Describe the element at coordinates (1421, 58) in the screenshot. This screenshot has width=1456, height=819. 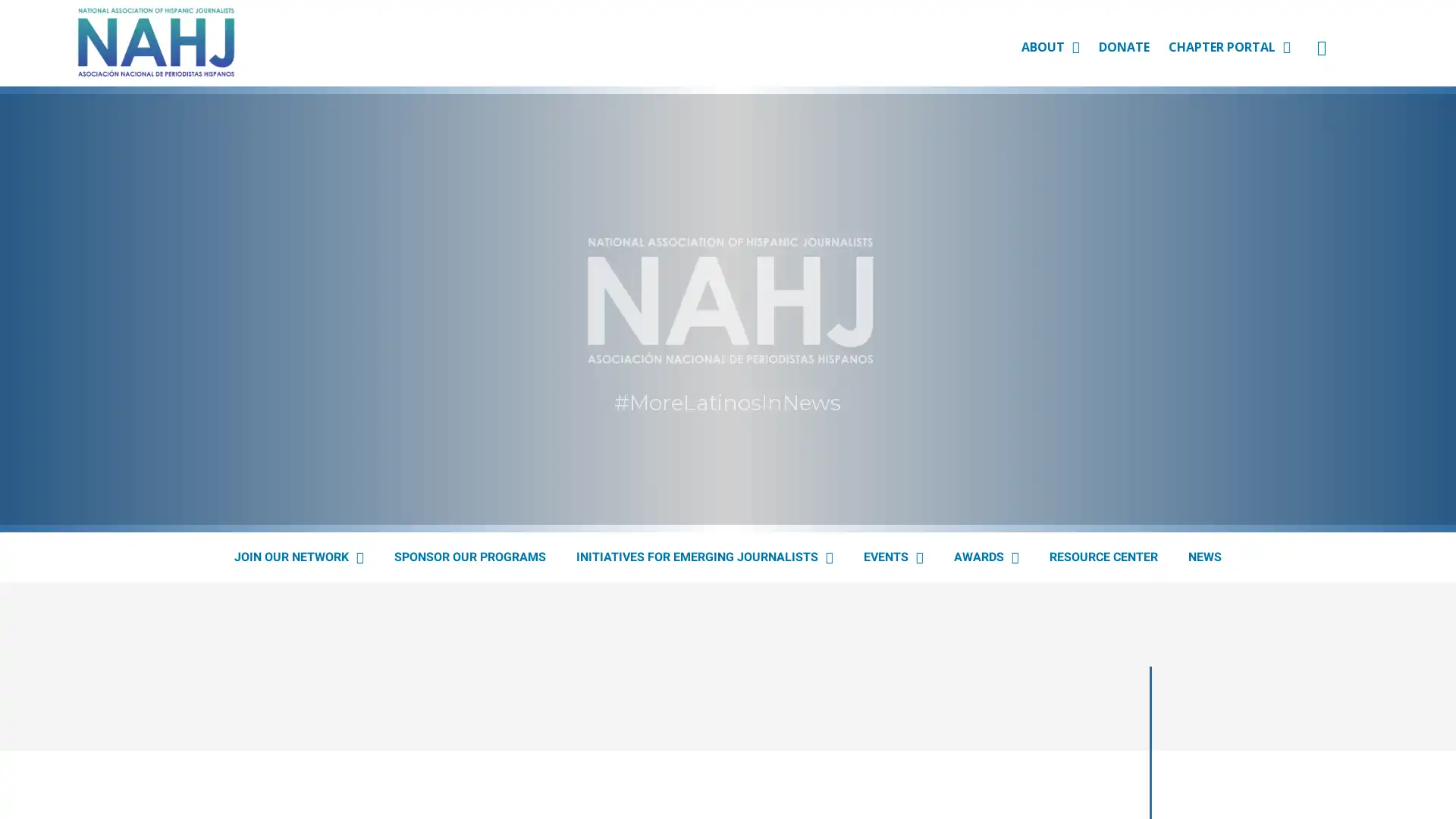
I see `Close search form` at that location.